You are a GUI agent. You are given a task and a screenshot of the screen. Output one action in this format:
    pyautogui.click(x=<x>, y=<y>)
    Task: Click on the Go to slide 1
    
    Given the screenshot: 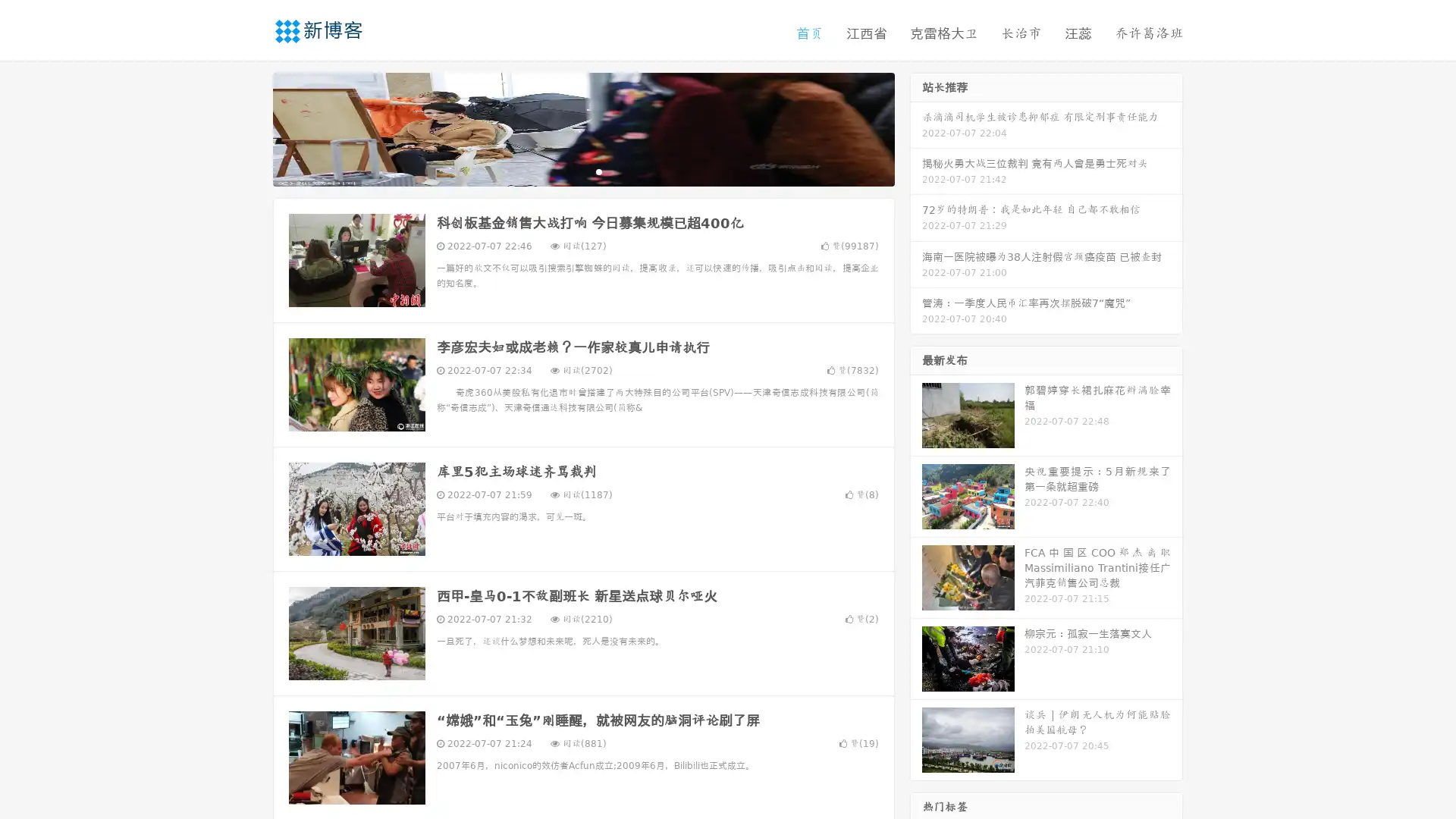 What is the action you would take?
    pyautogui.click(x=567, y=171)
    